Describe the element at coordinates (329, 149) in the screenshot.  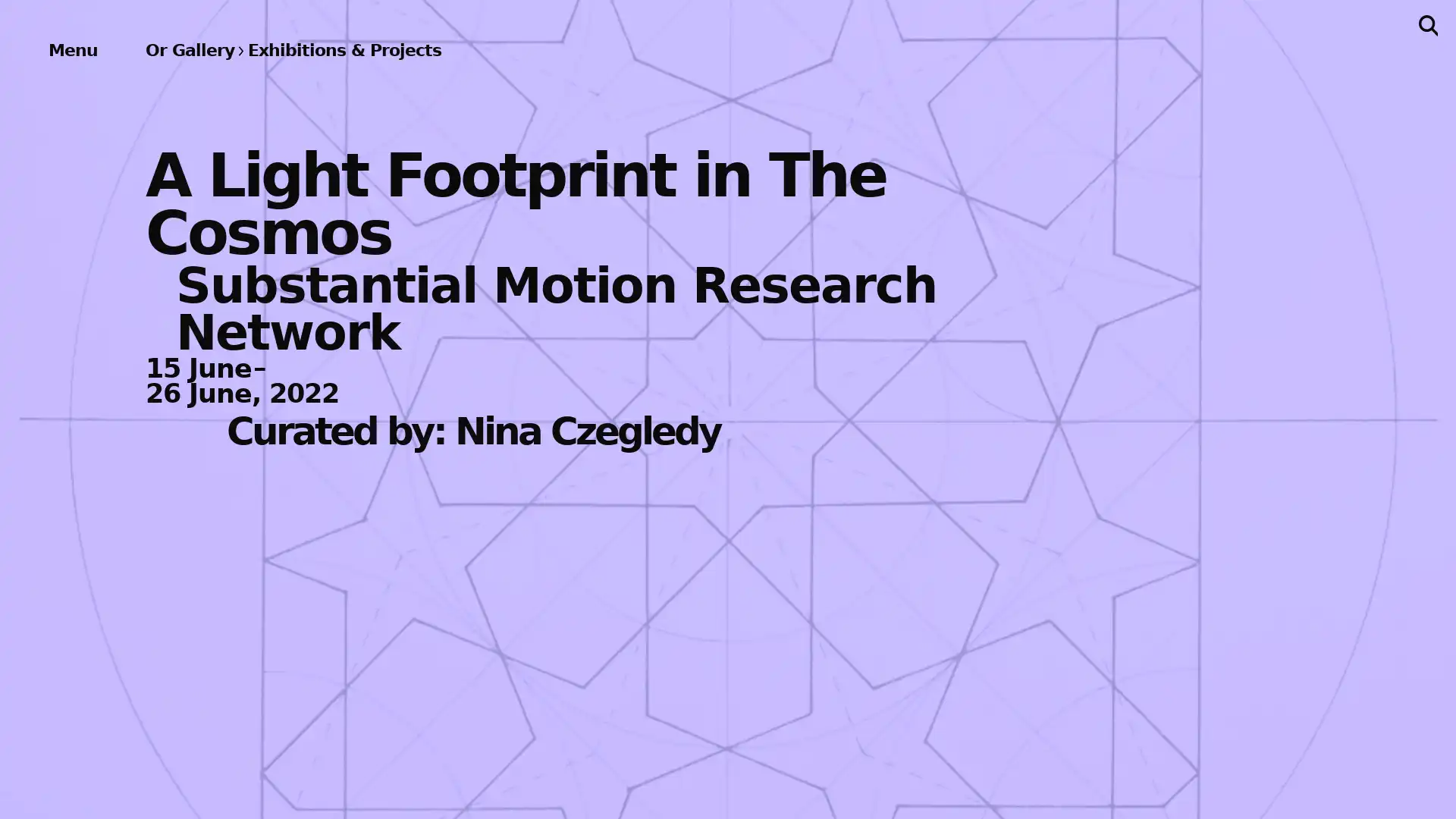
I see `Exhibitions & Projects` at that location.